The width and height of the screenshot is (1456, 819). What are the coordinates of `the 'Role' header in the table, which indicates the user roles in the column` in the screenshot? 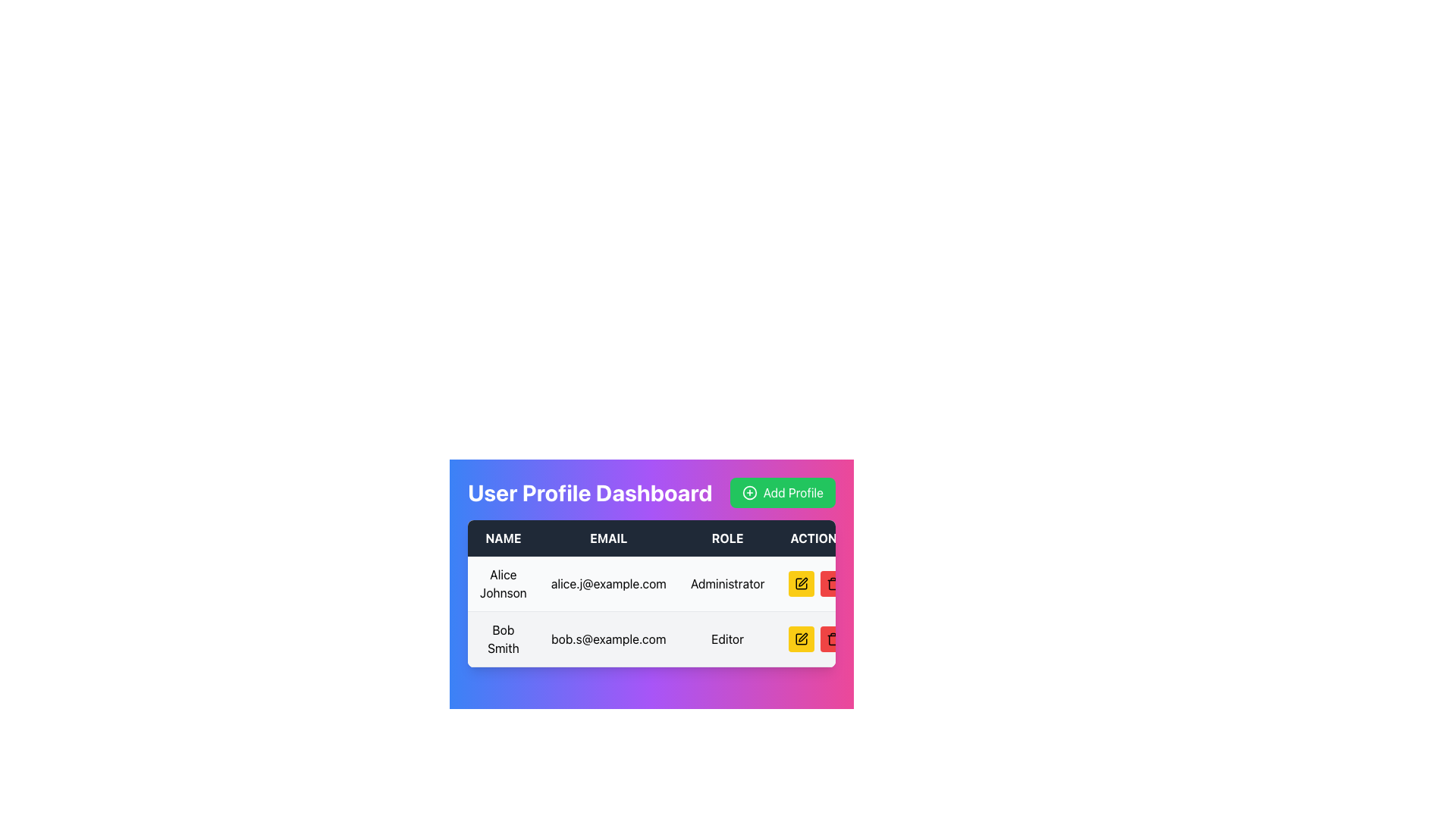 It's located at (726, 537).